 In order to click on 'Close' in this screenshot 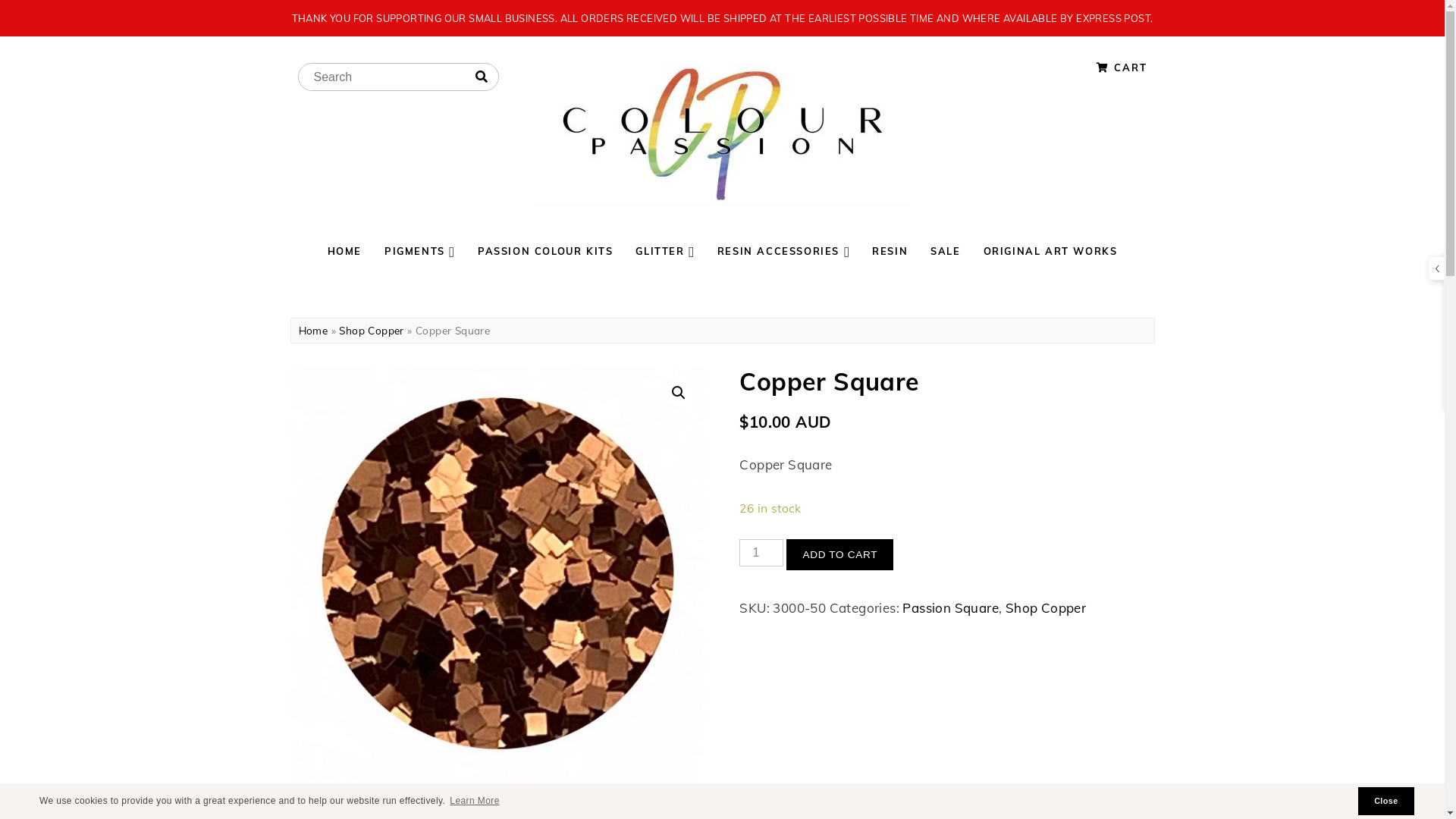, I will do `click(1386, 800)`.